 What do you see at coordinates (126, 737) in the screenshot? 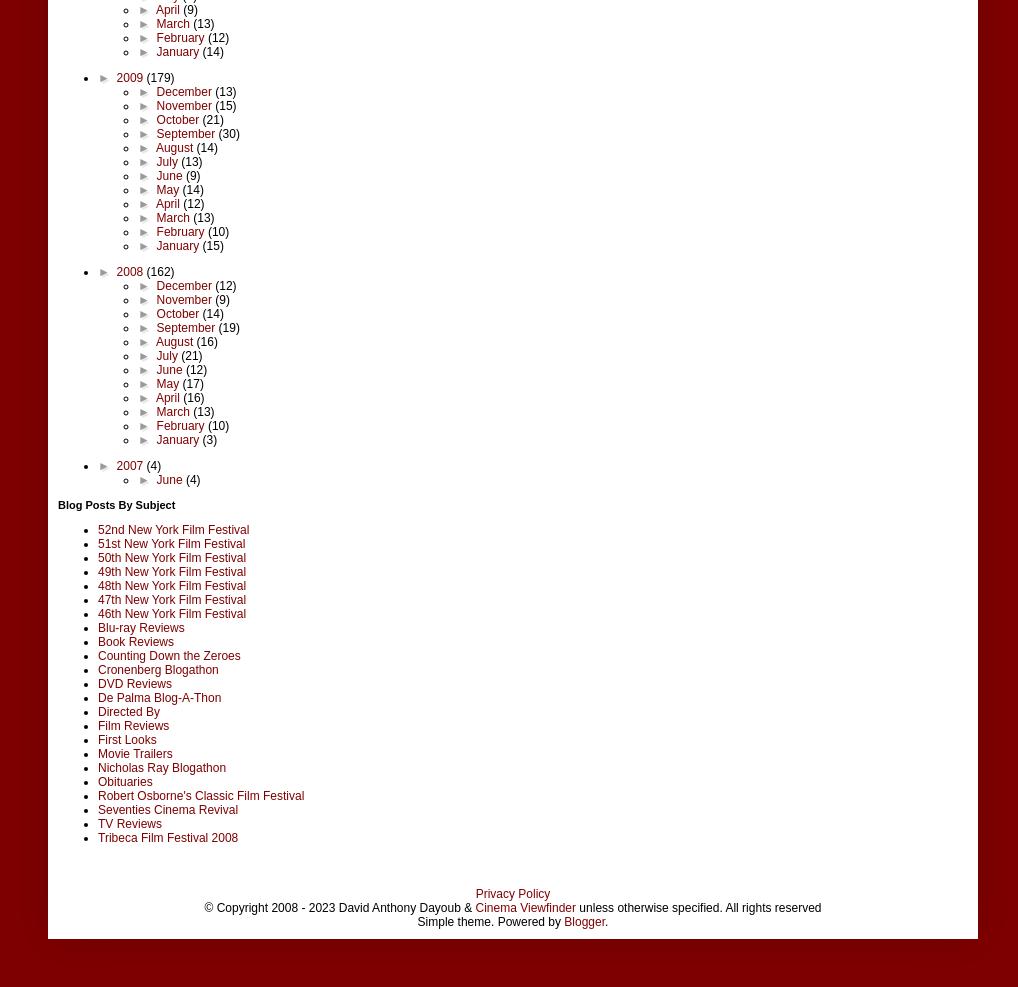
I see `'First Looks'` at bounding box center [126, 737].